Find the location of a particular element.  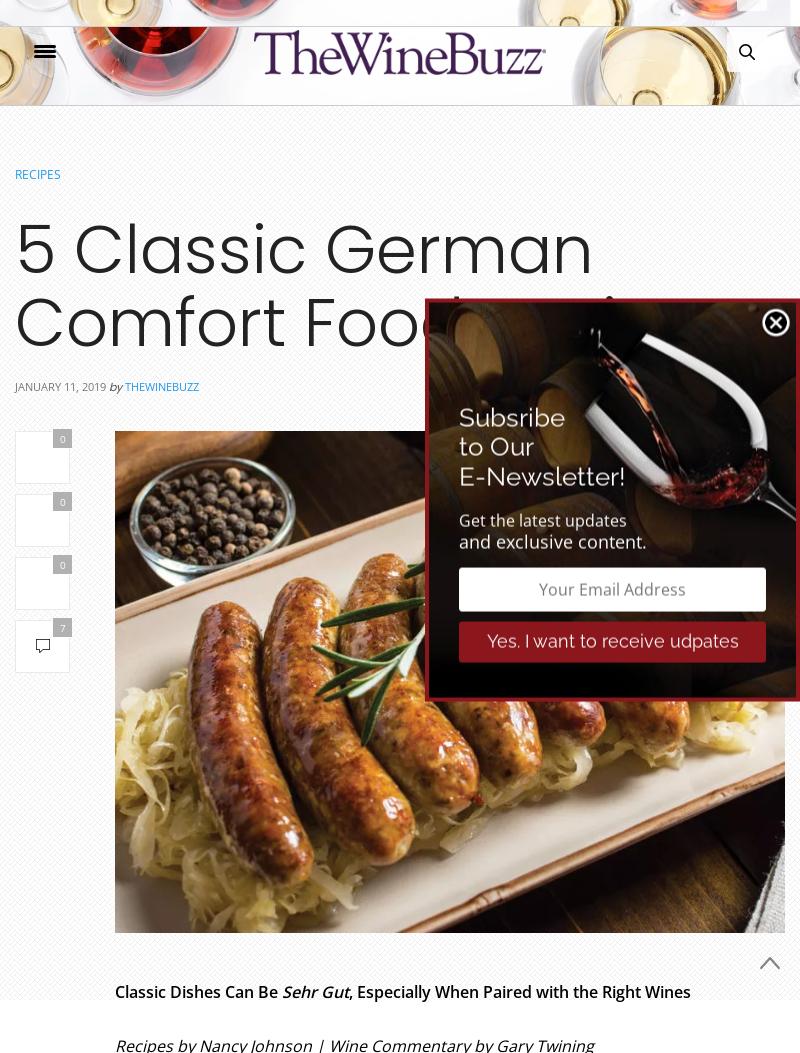

'thewinebuzz' is located at coordinates (162, 386).